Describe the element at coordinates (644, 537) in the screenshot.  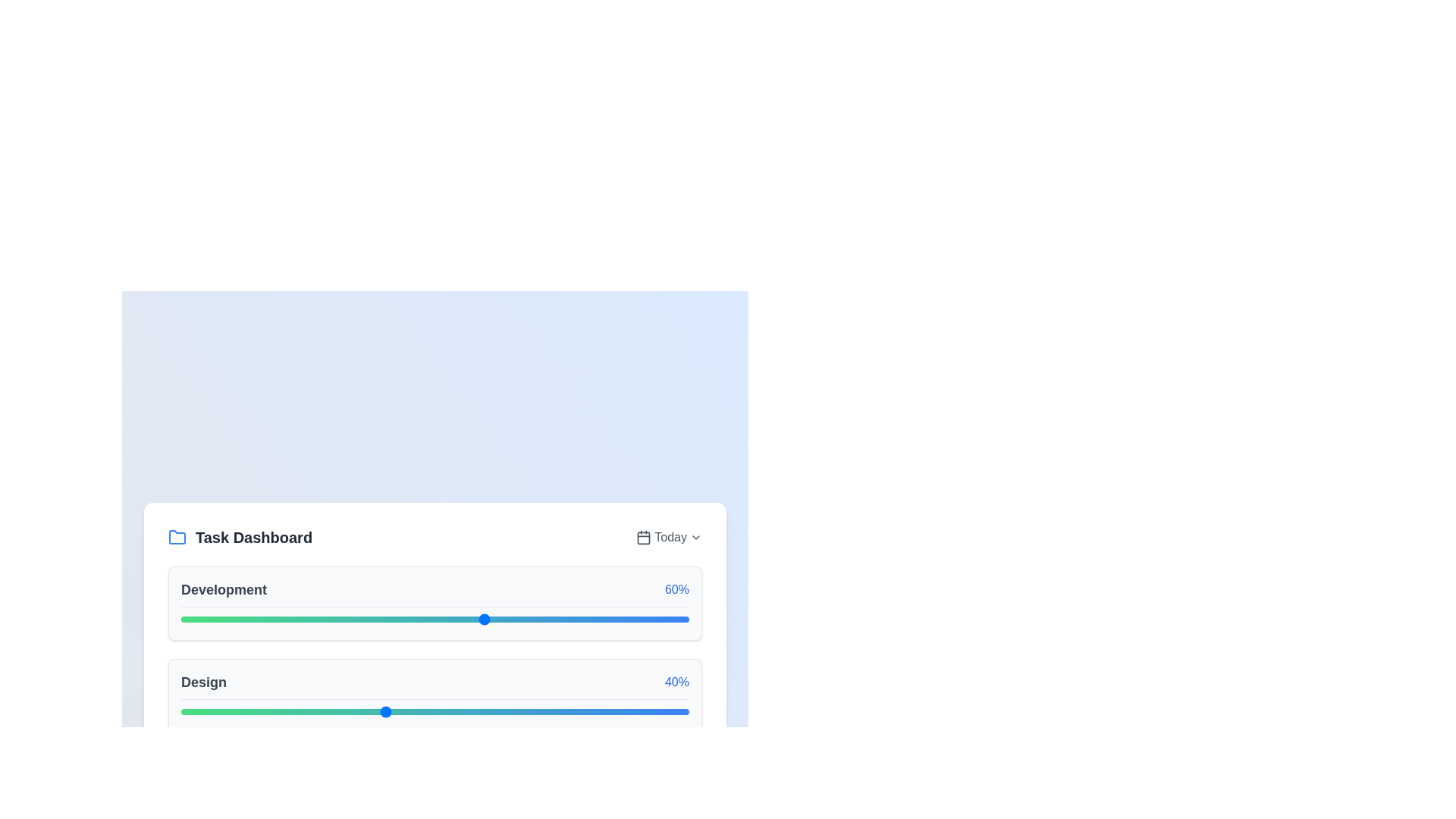
I see `the calendar icon located to the left of the 'Today' text in the top-right corner of the card-like section` at that location.